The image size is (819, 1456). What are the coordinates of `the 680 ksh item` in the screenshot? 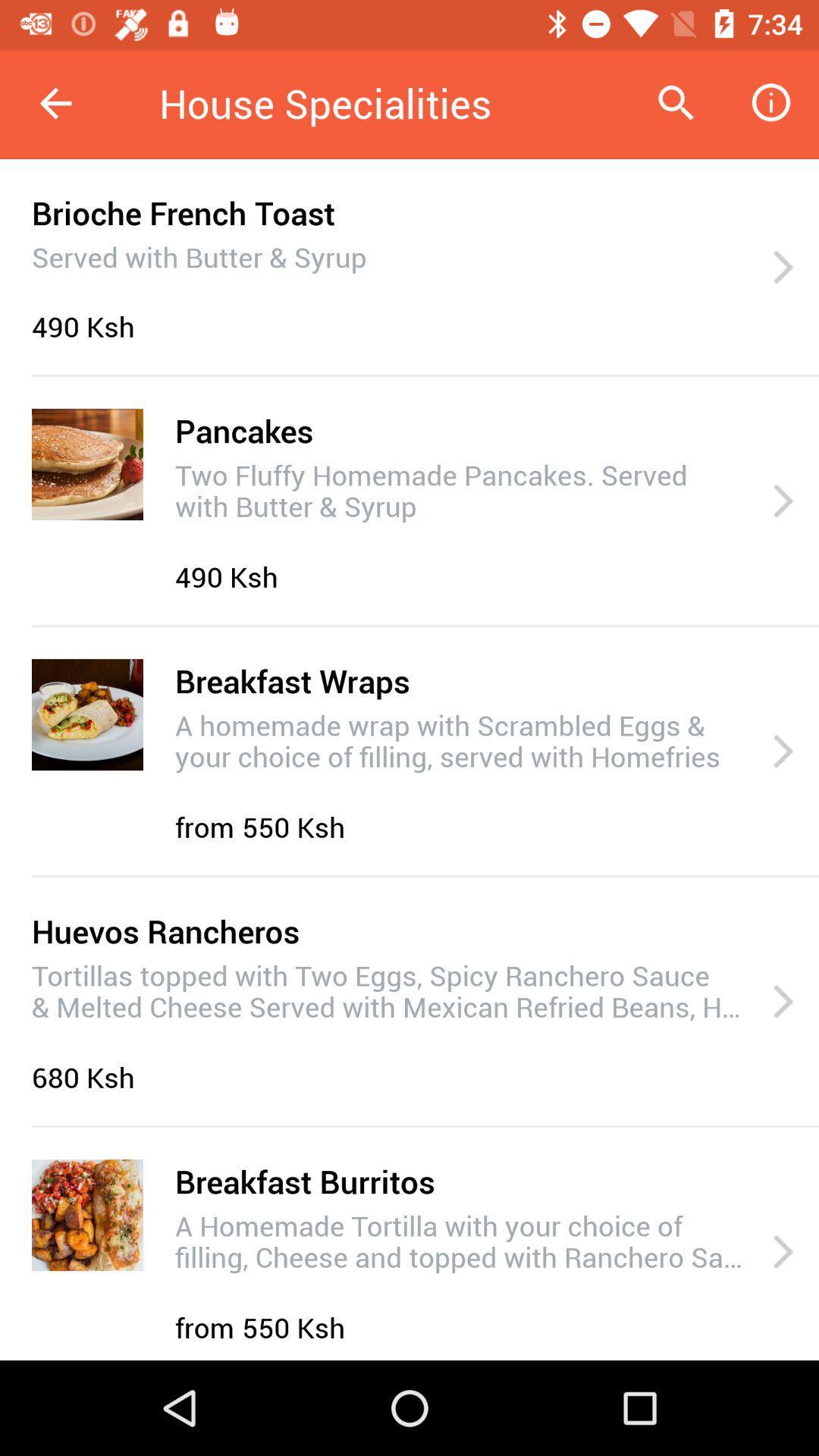 It's located at (87, 1076).